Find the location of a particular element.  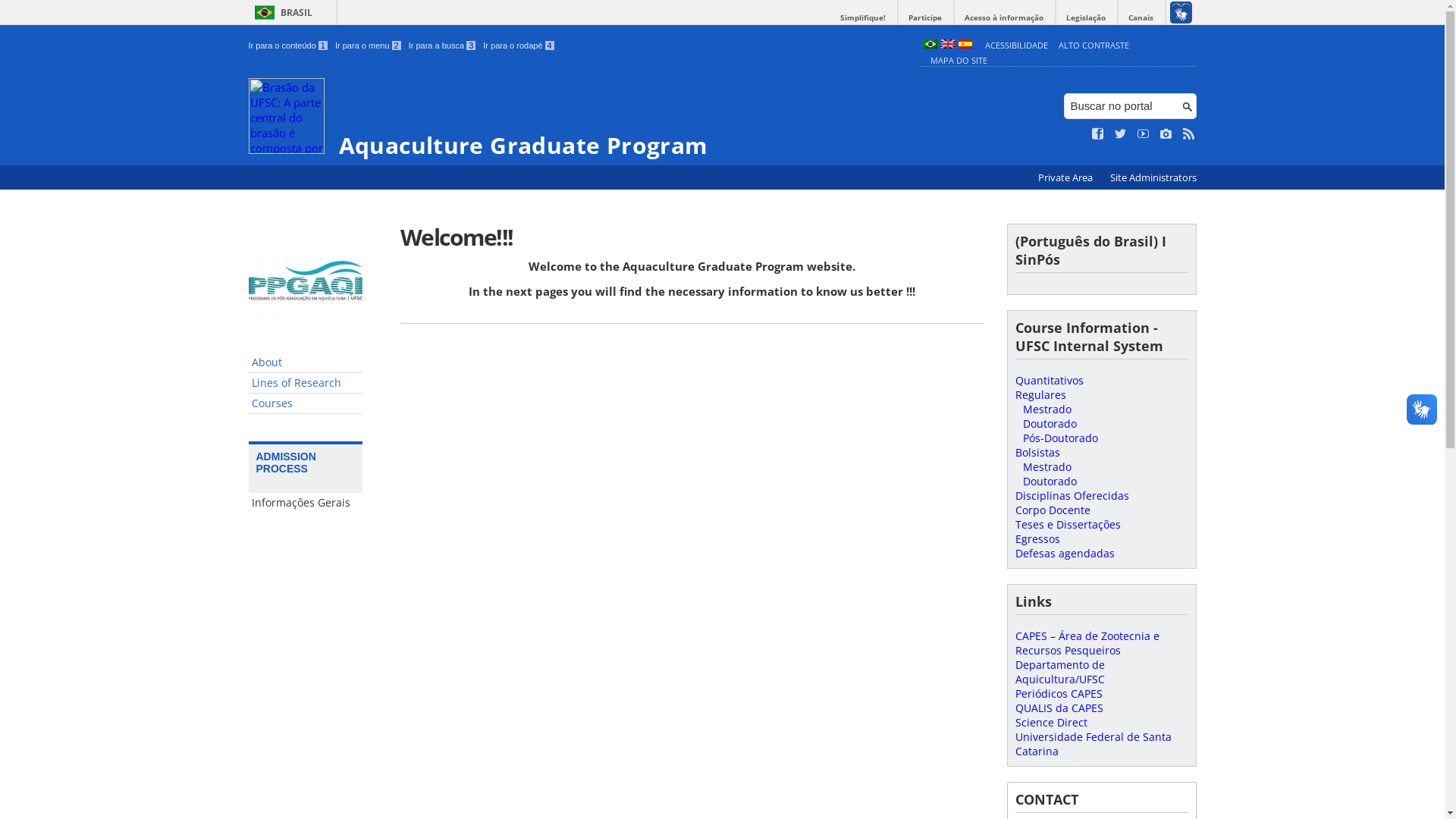

'Egressos' is located at coordinates (1036, 538).